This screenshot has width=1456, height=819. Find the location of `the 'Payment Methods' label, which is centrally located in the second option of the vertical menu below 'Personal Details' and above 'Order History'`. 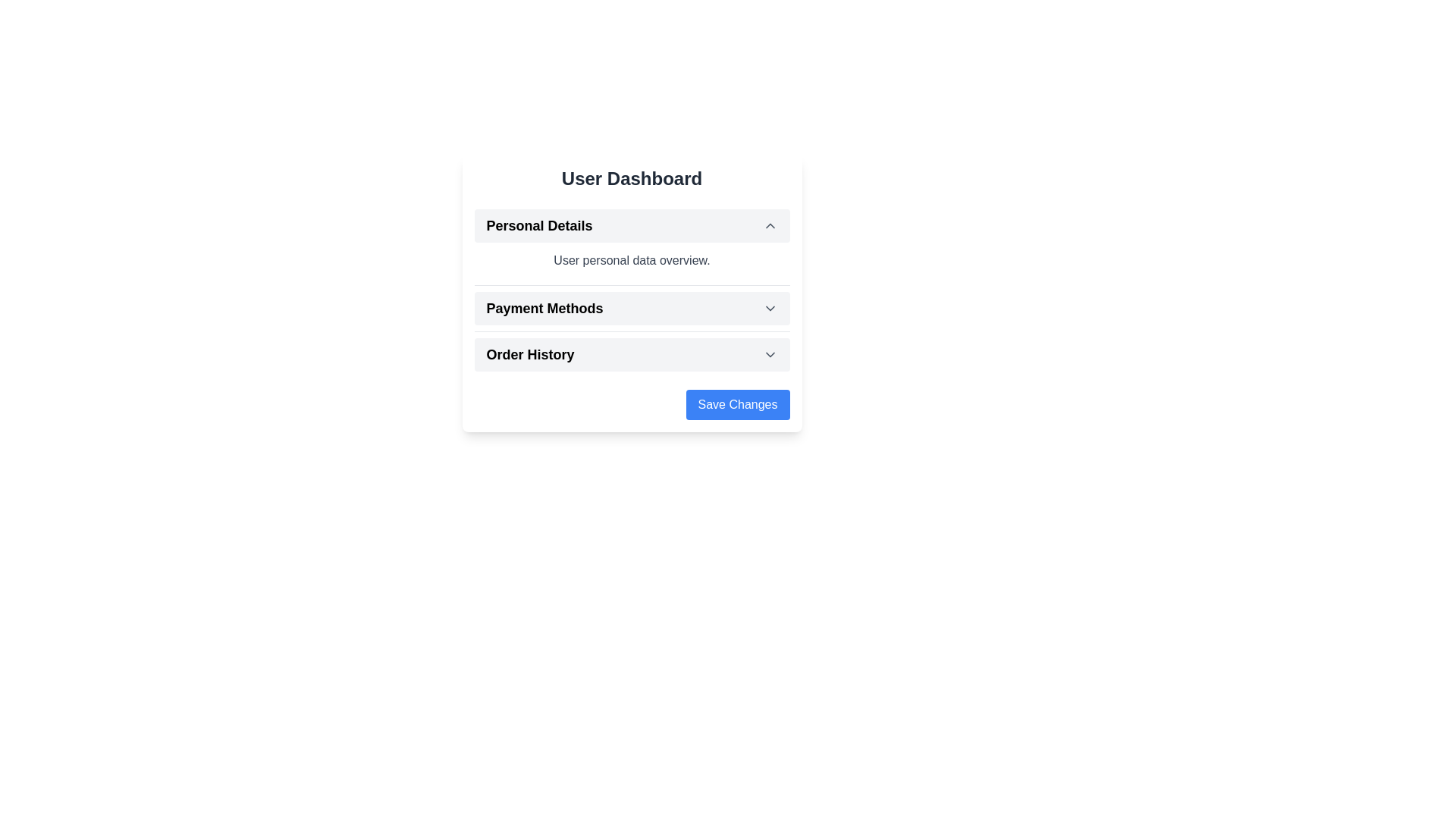

the 'Payment Methods' label, which is centrally located in the second option of the vertical menu below 'Personal Details' and above 'Order History' is located at coordinates (544, 308).